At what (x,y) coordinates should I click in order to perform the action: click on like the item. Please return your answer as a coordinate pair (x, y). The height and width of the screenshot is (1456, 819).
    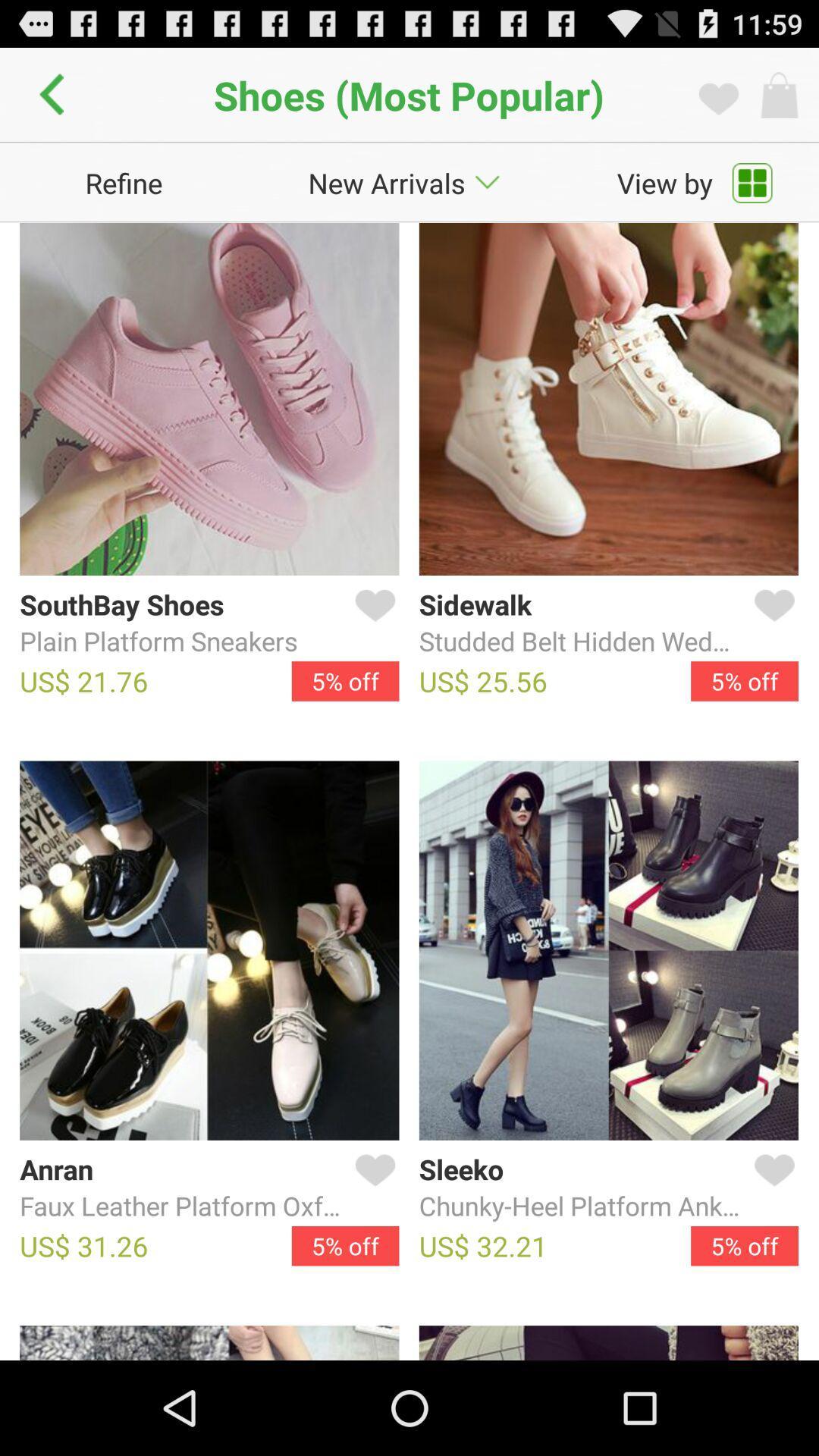
    Looking at the image, I should click on (771, 1188).